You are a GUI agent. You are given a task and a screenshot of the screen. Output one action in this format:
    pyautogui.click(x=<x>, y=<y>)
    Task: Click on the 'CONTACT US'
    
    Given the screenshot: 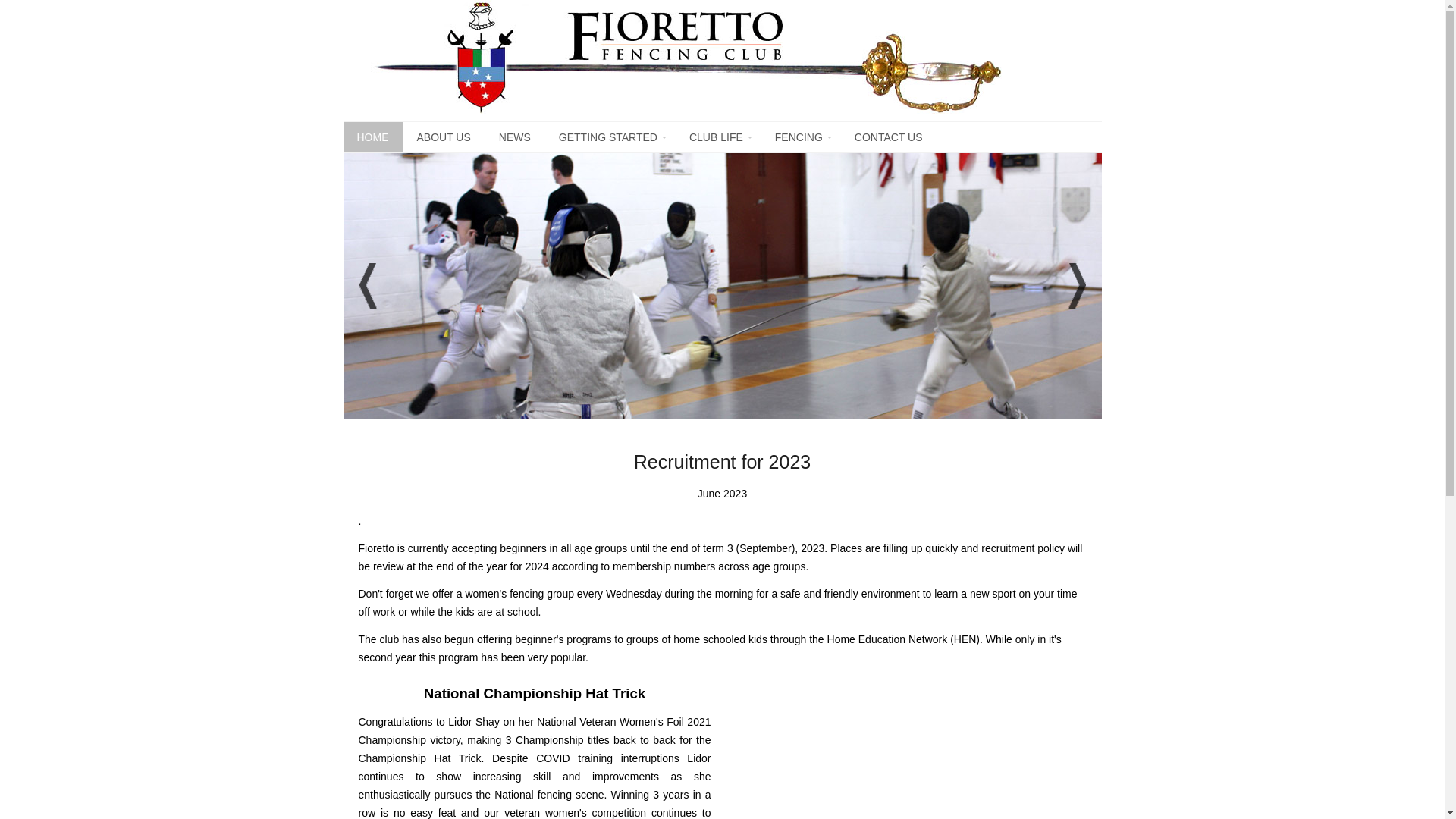 What is the action you would take?
    pyautogui.click(x=888, y=137)
    